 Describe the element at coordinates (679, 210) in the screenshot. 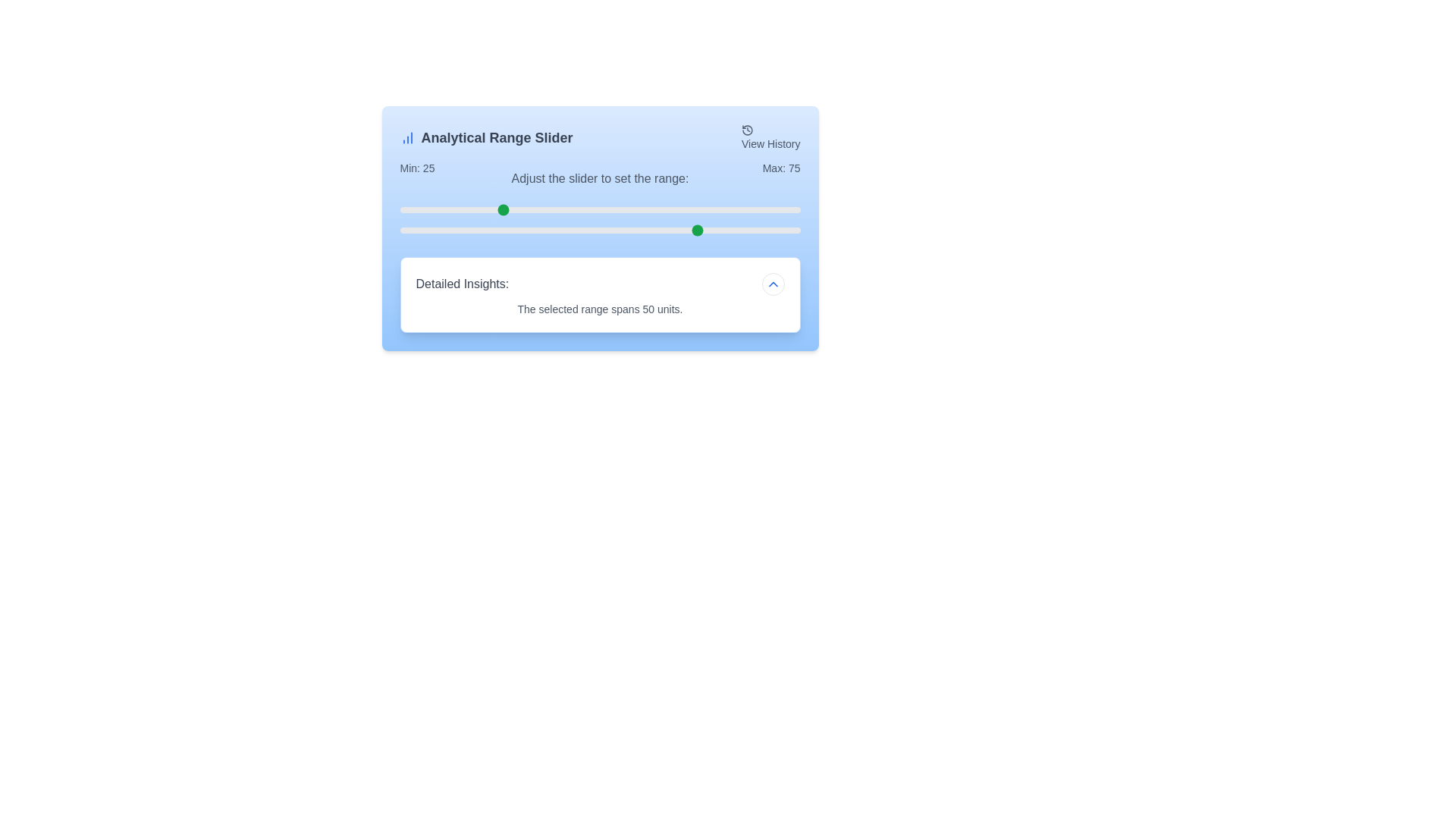

I see `the minimum range slider to 70` at that location.